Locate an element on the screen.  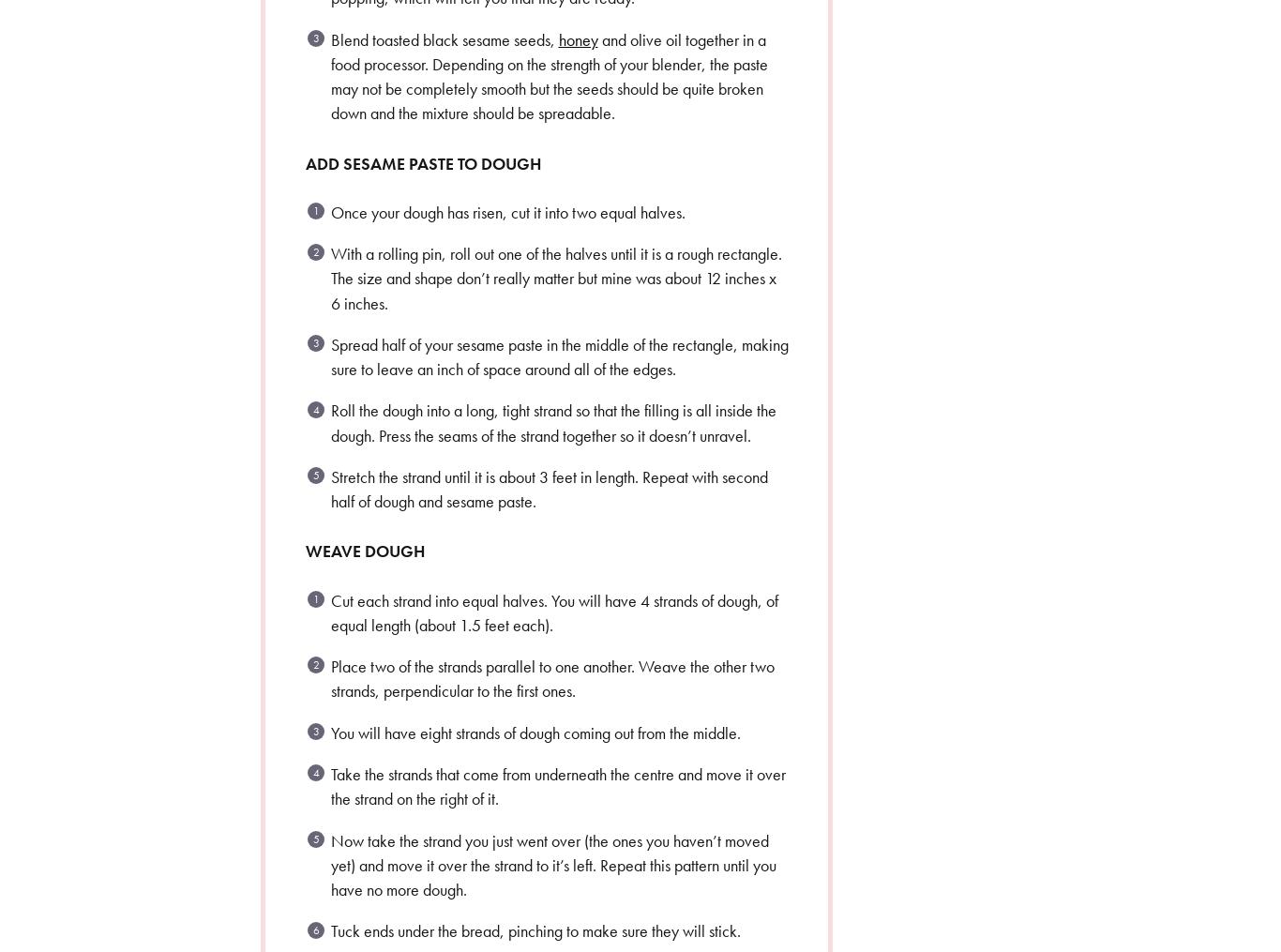
'Place two of the strands parallel to one another. Weave the other two strands, perpendicular to the first ones.' is located at coordinates (329, 678).